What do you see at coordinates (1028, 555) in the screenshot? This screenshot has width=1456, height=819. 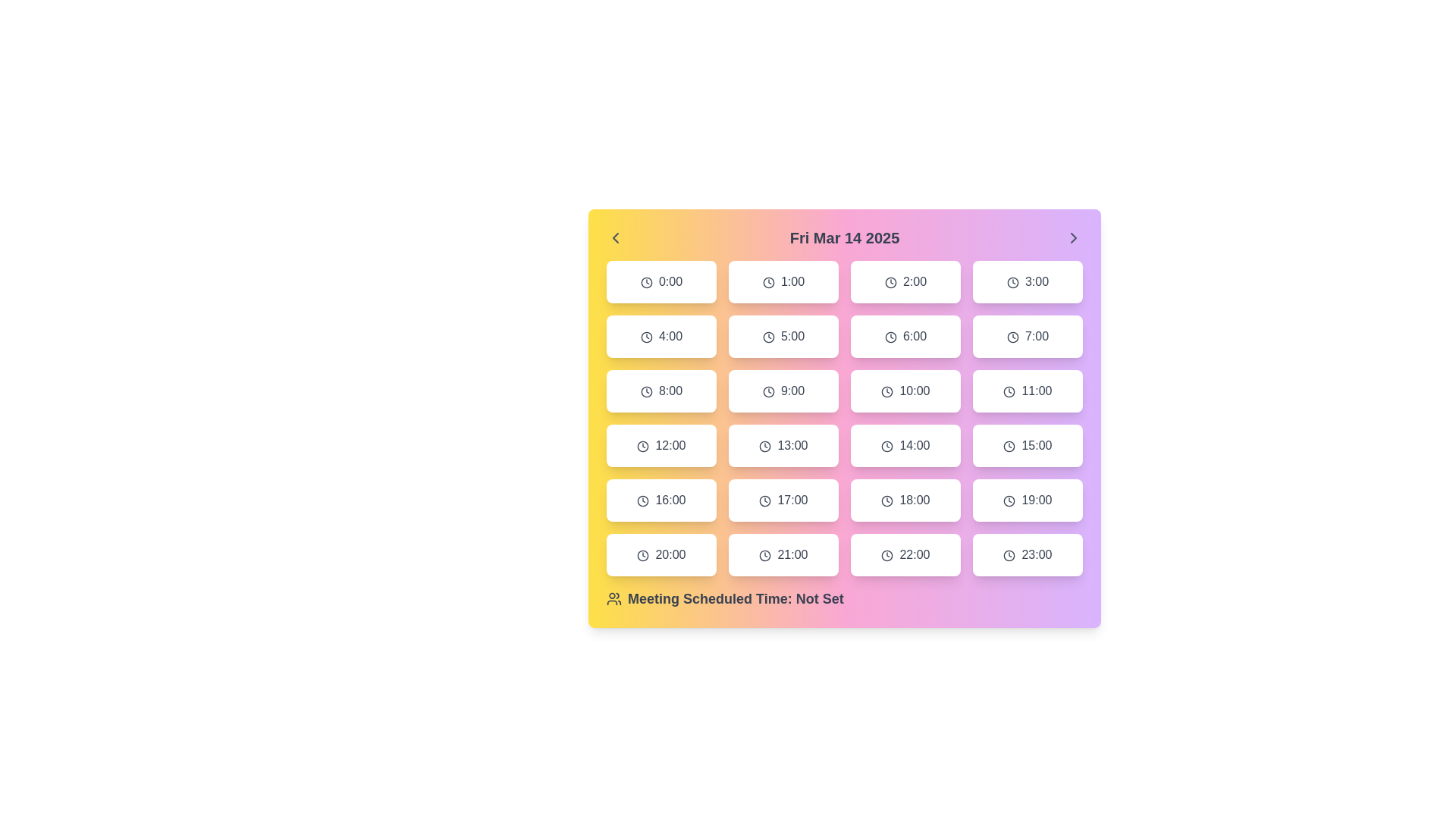 I see `the button displaying the clock icon and the time '23:00'` at bounding box center [1028, 555].